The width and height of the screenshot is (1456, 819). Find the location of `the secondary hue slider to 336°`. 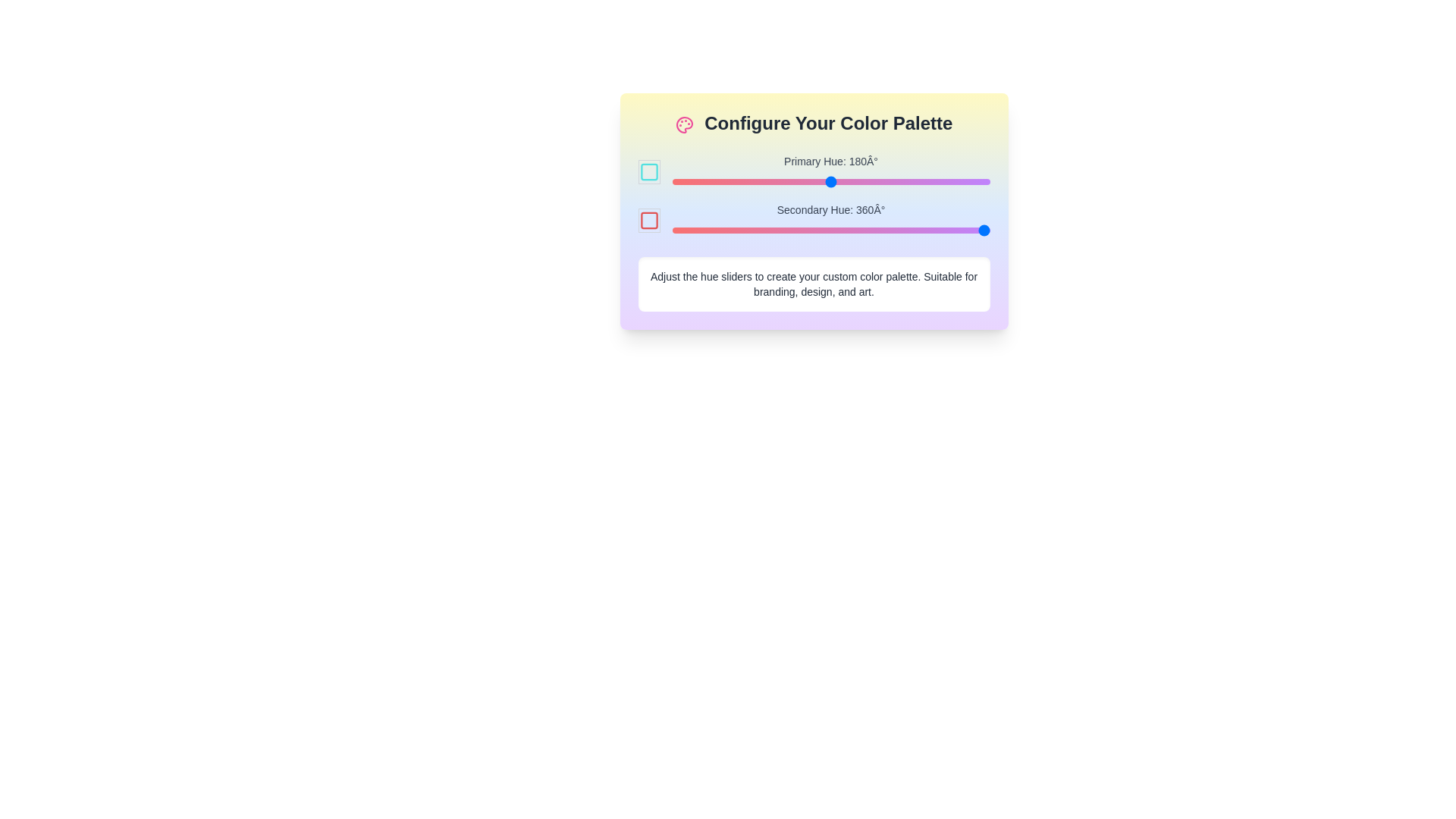

the secondary hue slider to 336° is located at coordinates (968, 231).